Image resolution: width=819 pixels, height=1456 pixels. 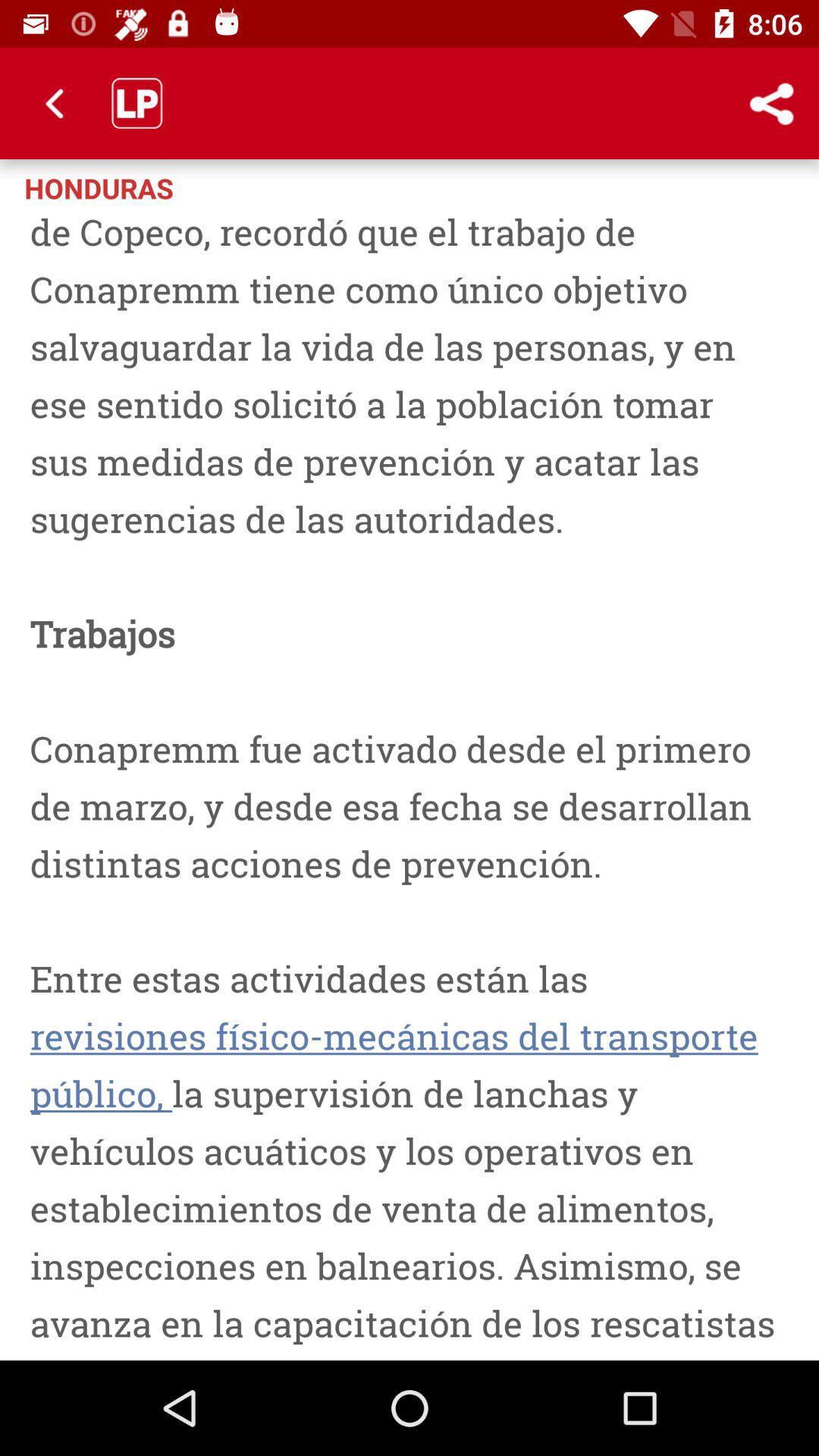 I want to click on the icon next to honduras, so click(x=771, y=102).